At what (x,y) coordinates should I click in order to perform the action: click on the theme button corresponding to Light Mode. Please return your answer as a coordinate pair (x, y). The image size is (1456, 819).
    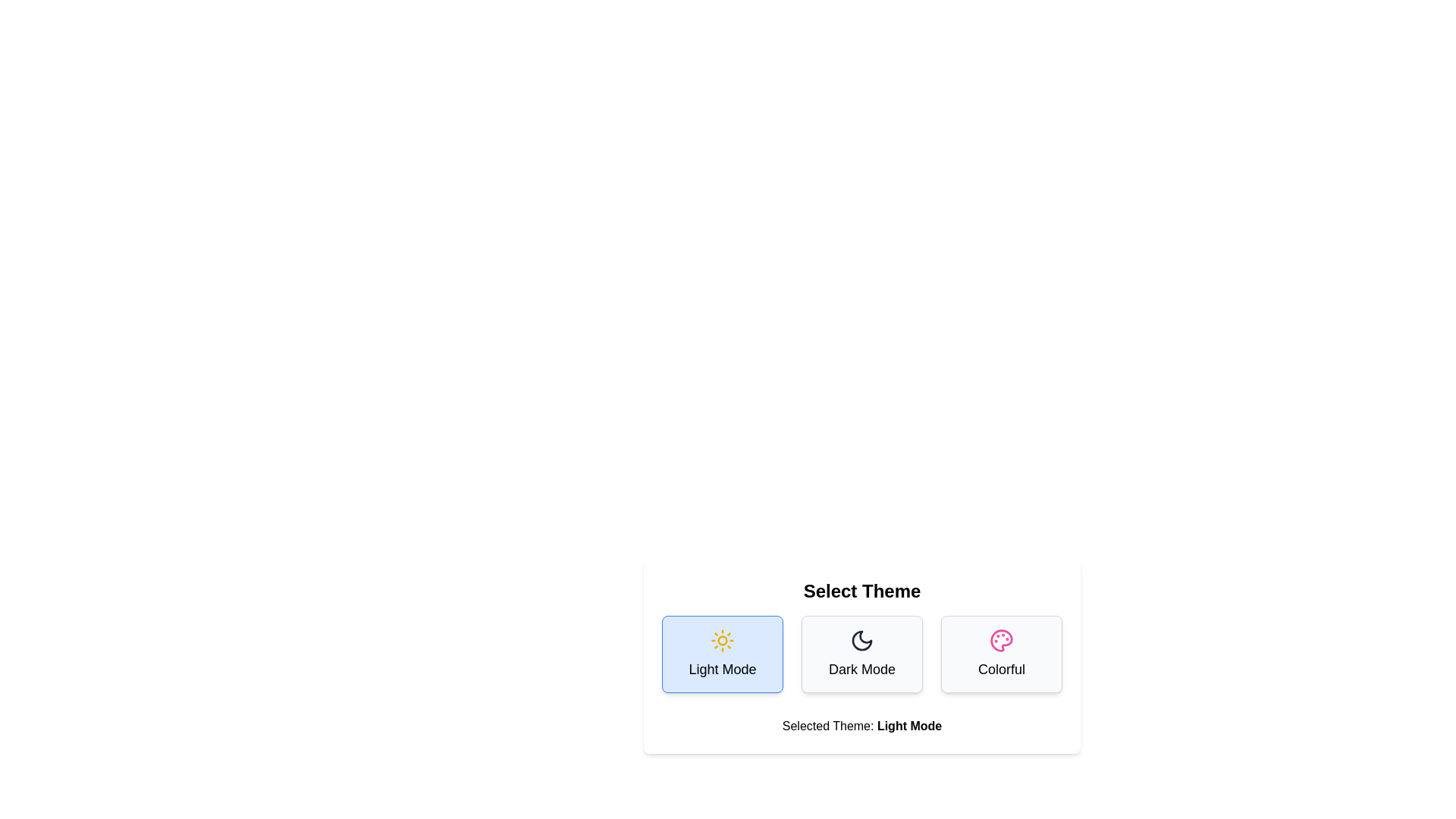
    Looking at the image, I should click on (722, 654).